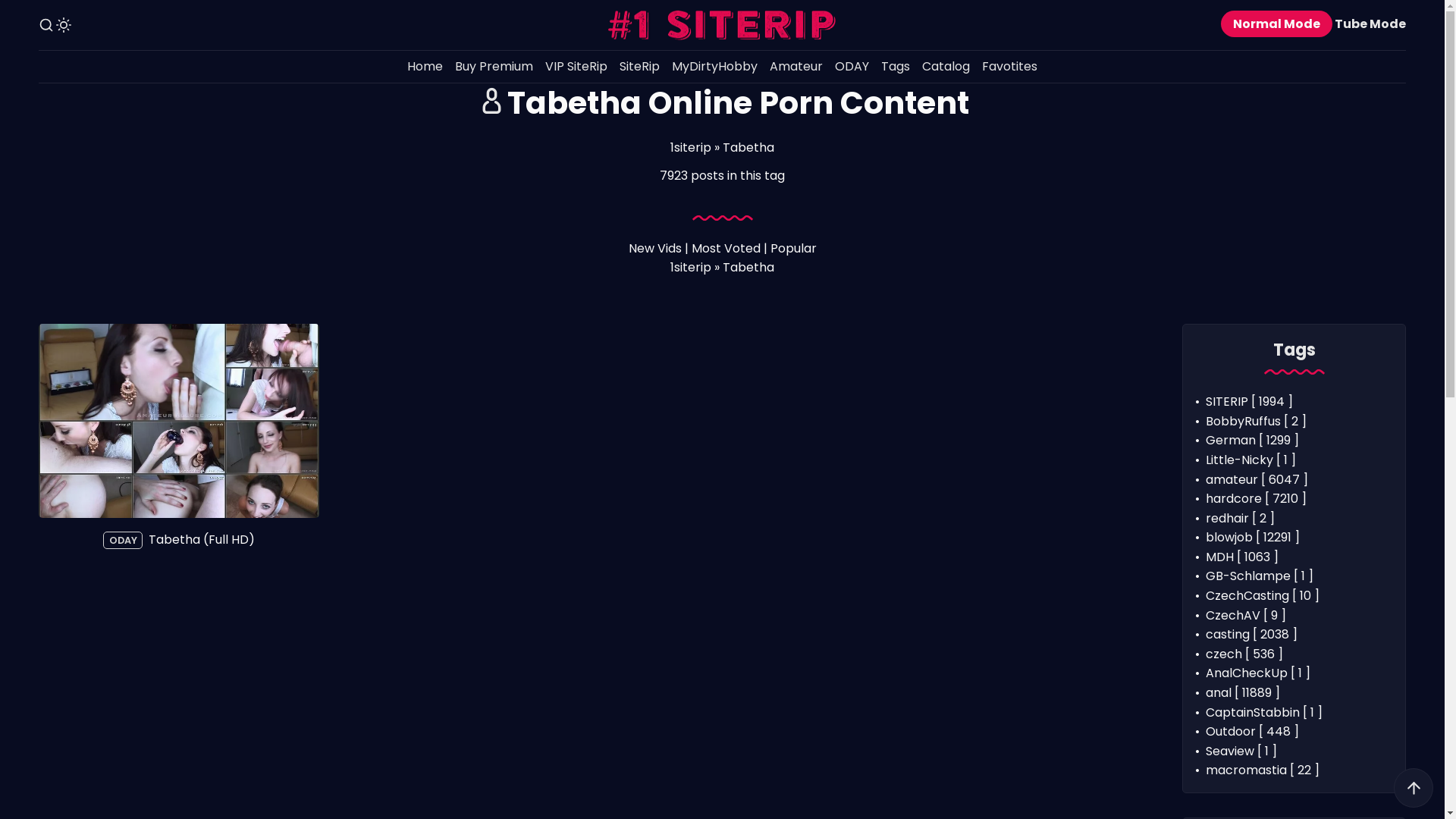 This screenshot has width=1456, height=819. What do you see at coordinates (1370, 24) in the screenshot?
I see `'Tube Mode'` at bounding box center [1370, 24].